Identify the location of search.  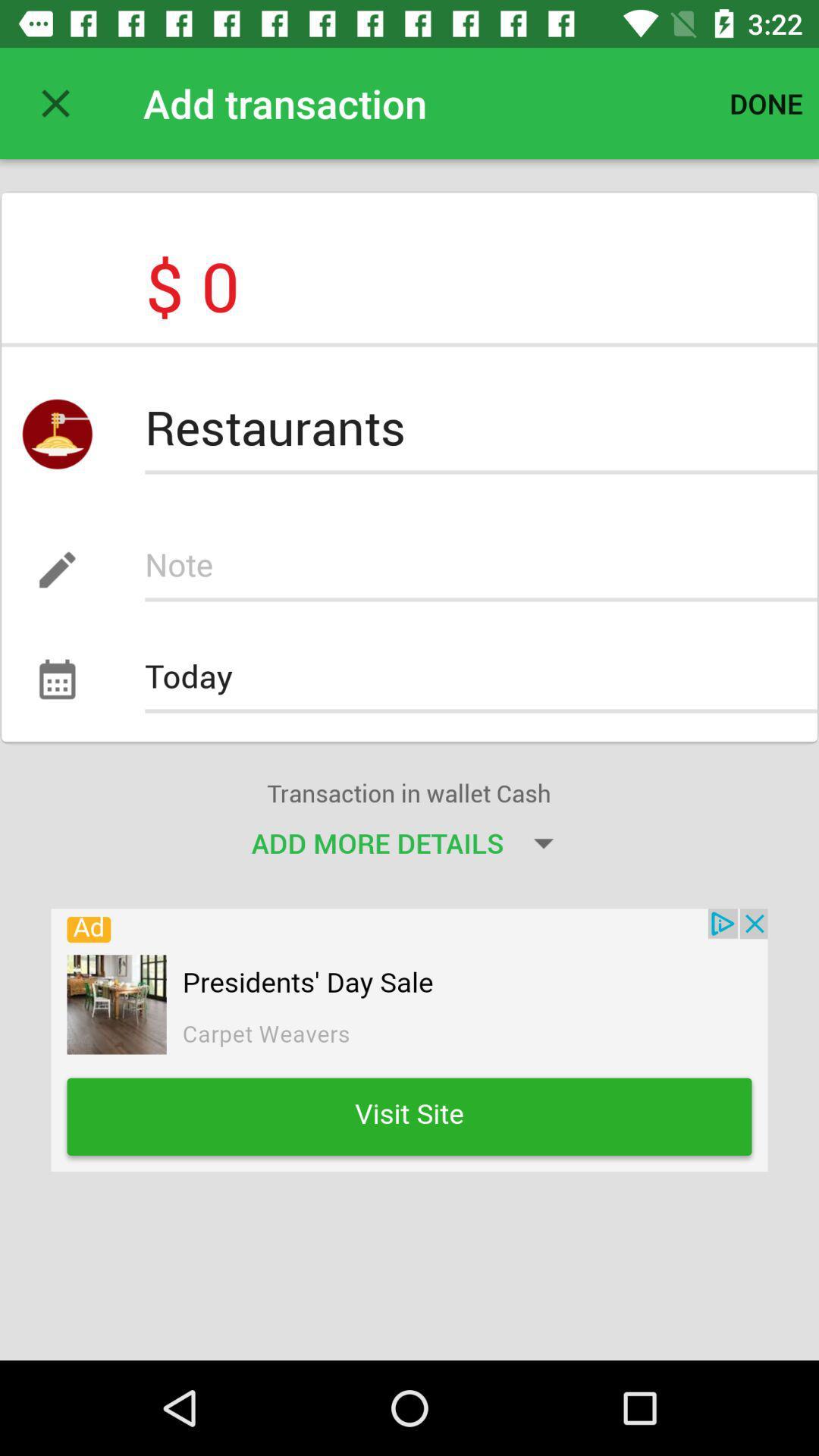
(481, 569).